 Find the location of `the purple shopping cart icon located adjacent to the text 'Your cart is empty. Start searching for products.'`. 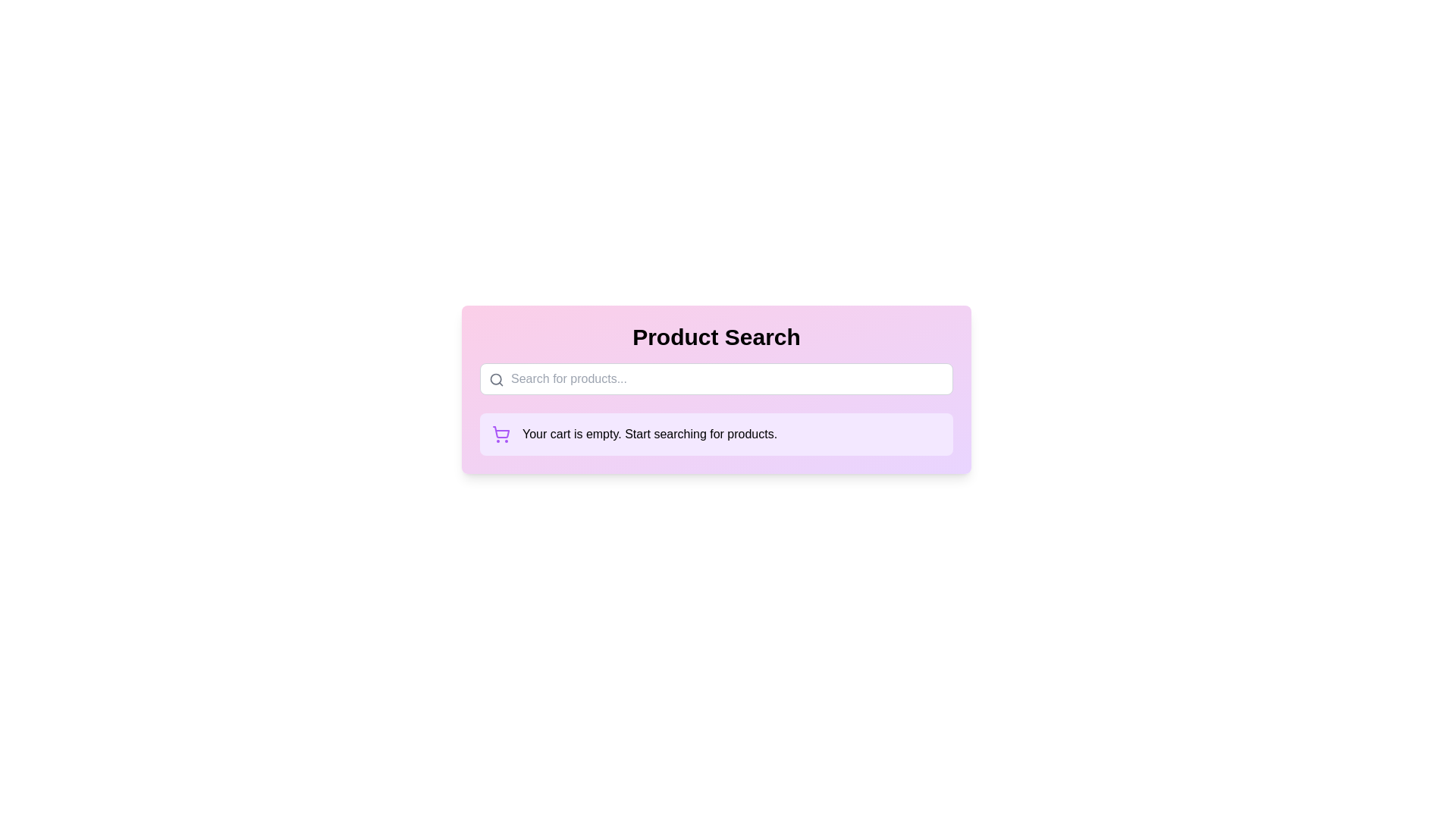

the purple shopping cart icon located adjacent to the text 'Your cart is empty. Start searching for products.' is located at coordinates (501, 432).